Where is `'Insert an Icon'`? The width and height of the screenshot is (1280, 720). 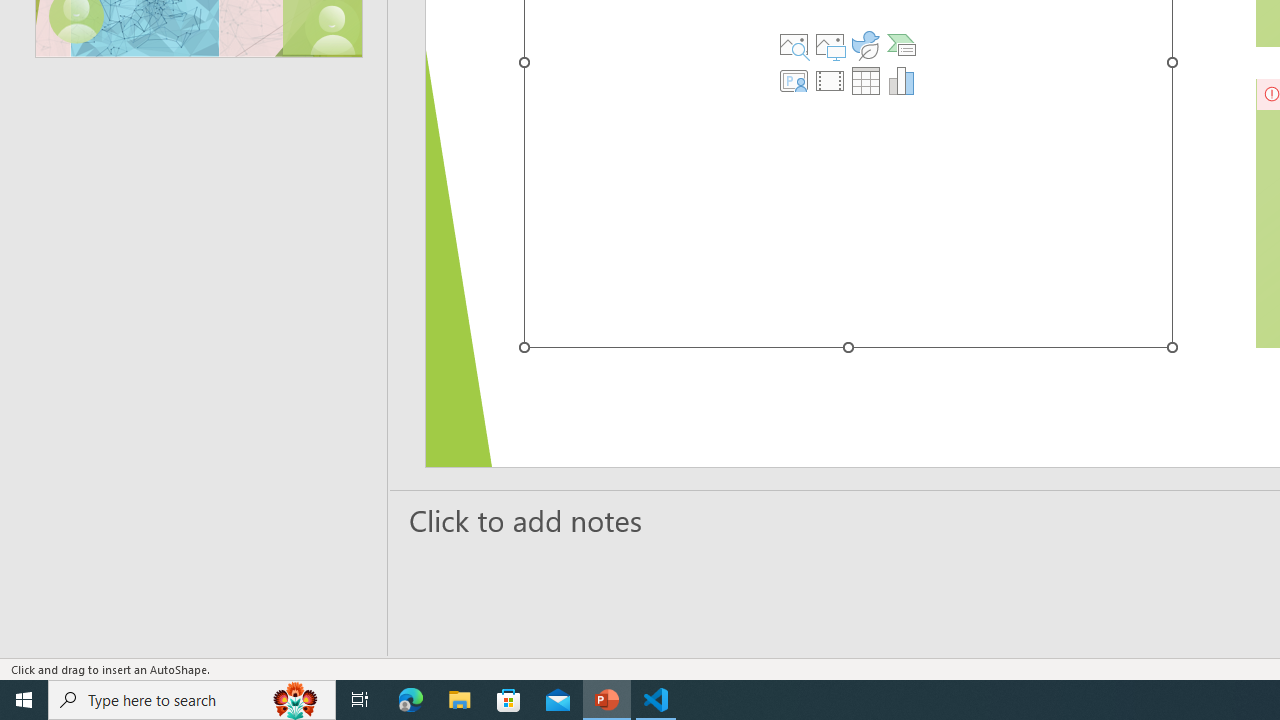
'Insert an Icon' is located at coordinates (865, 45).